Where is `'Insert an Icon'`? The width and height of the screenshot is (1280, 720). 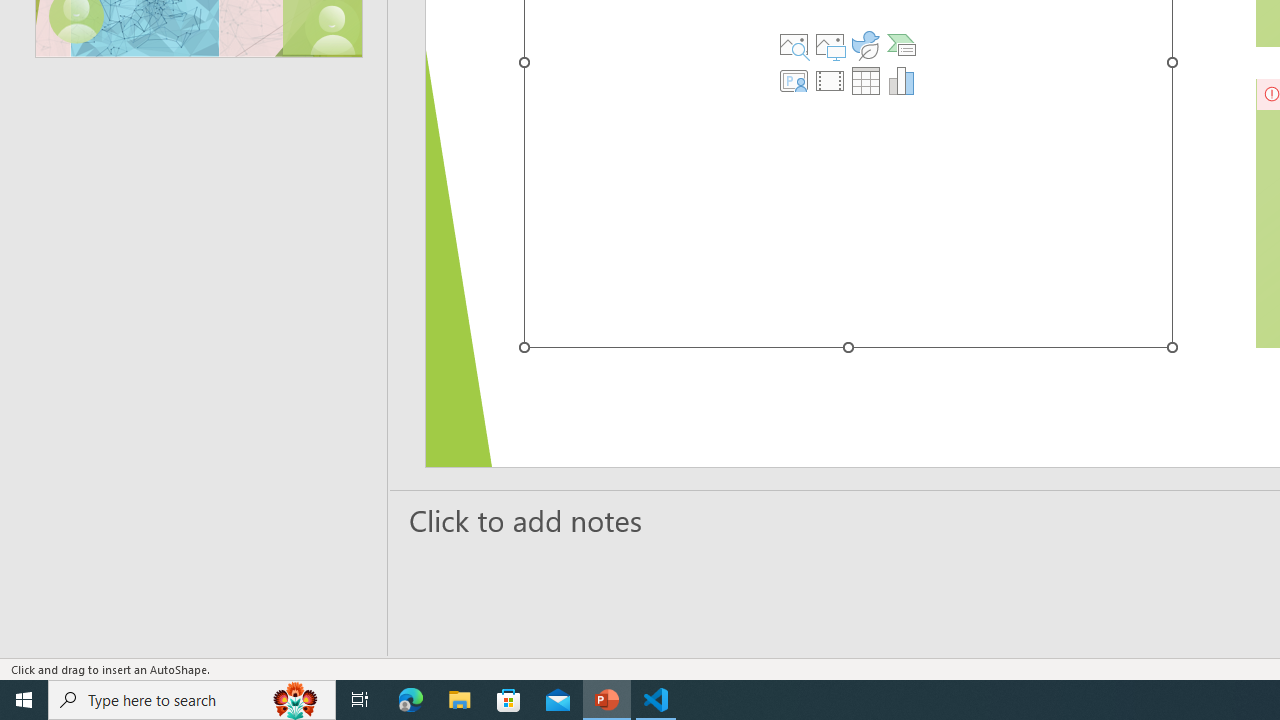
'Insert an Icon' is located at coordinates (865, 45).